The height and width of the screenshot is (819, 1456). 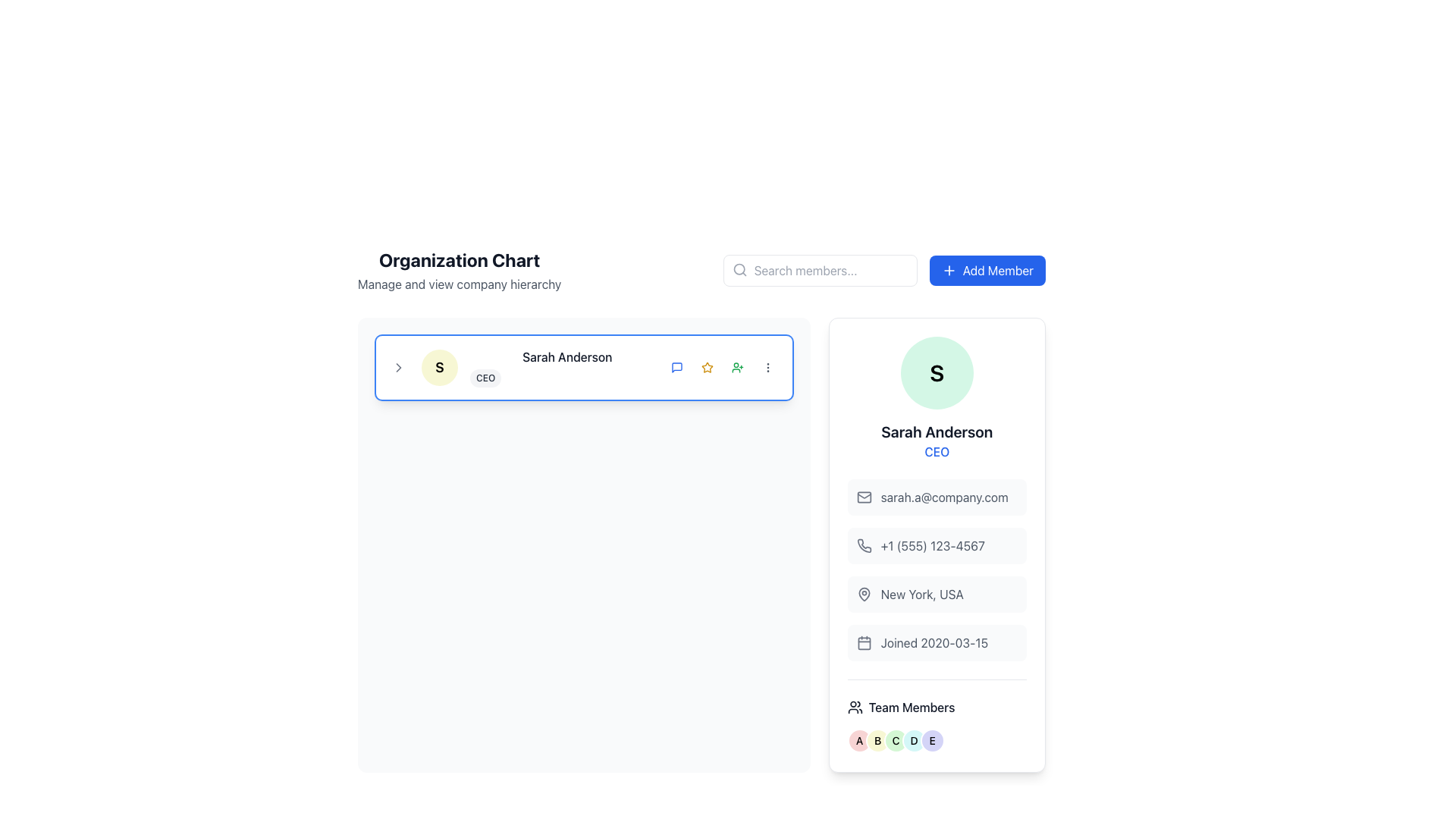 What do you see at coordinates (676, 368) in the screenshot?
I see `the blue chat bubble icon located in the central toolbar` at bounding box center [676, 368].